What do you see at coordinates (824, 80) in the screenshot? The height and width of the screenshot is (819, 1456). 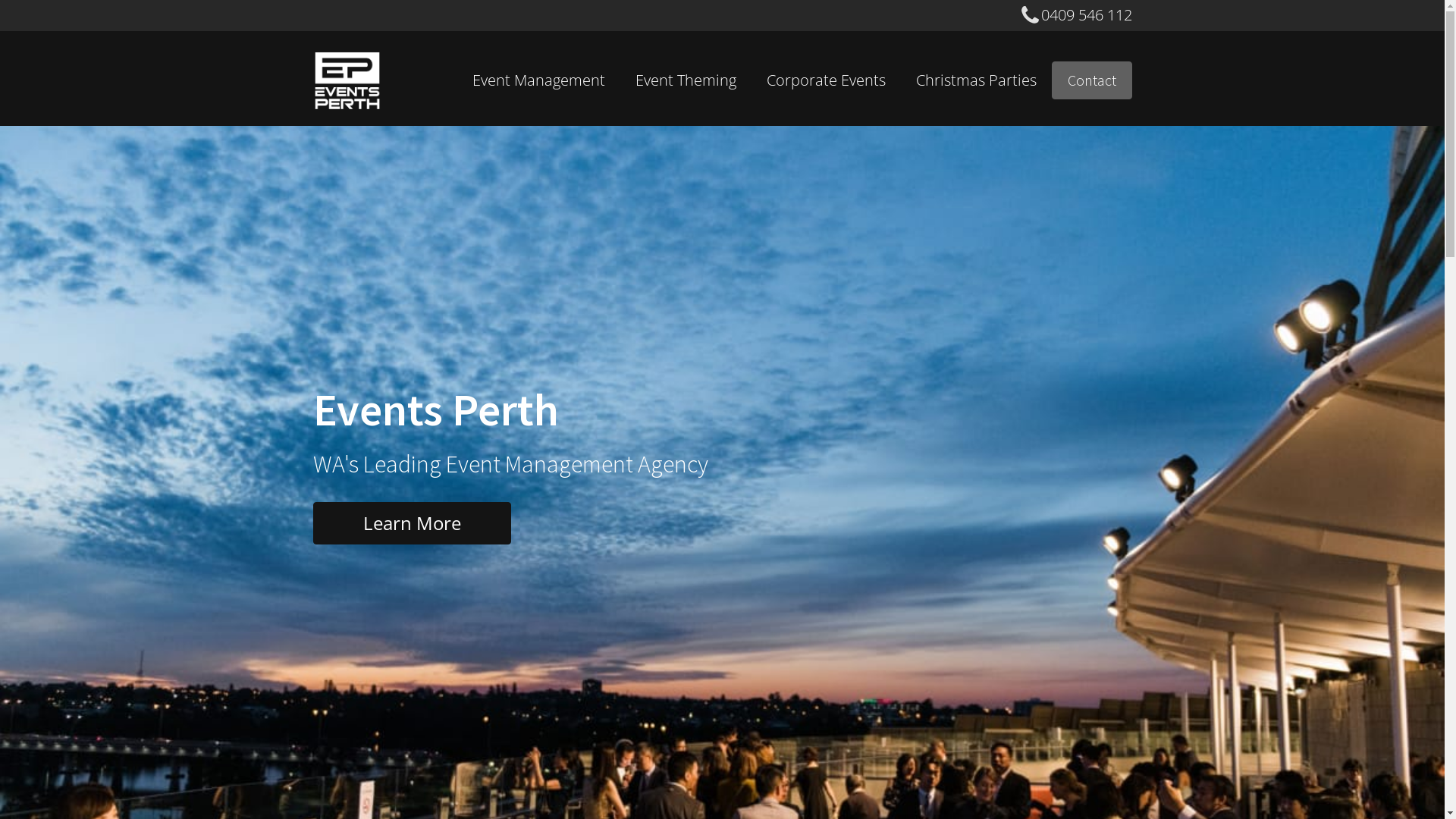 I see `'Corporate Events'` at bounding box center [824, 80].